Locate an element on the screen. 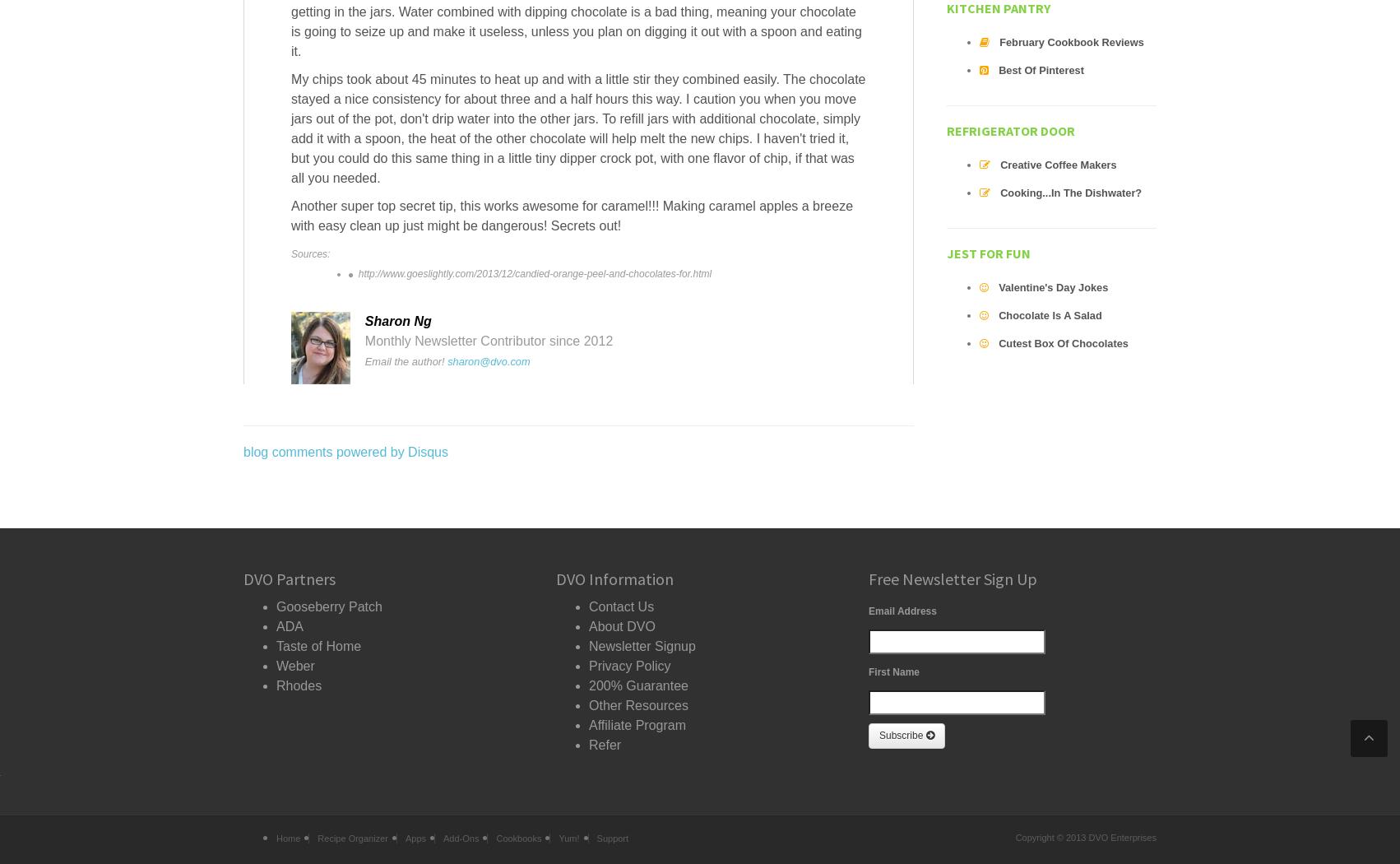  'Cooking...In The Dishwater?' is located at coordinates (1070, 193).